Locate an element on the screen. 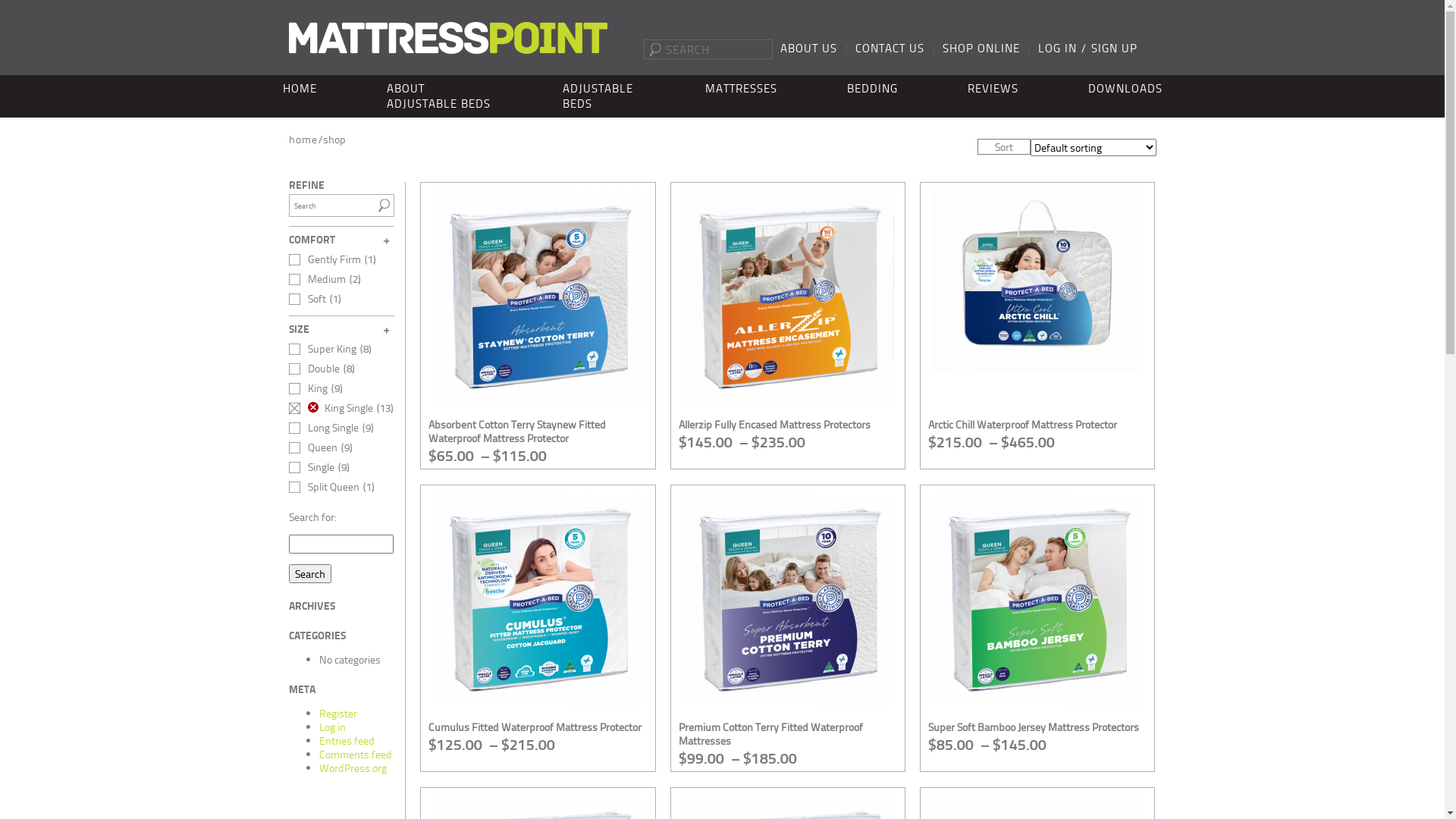  'Search' is located at coordinates (287, 573).